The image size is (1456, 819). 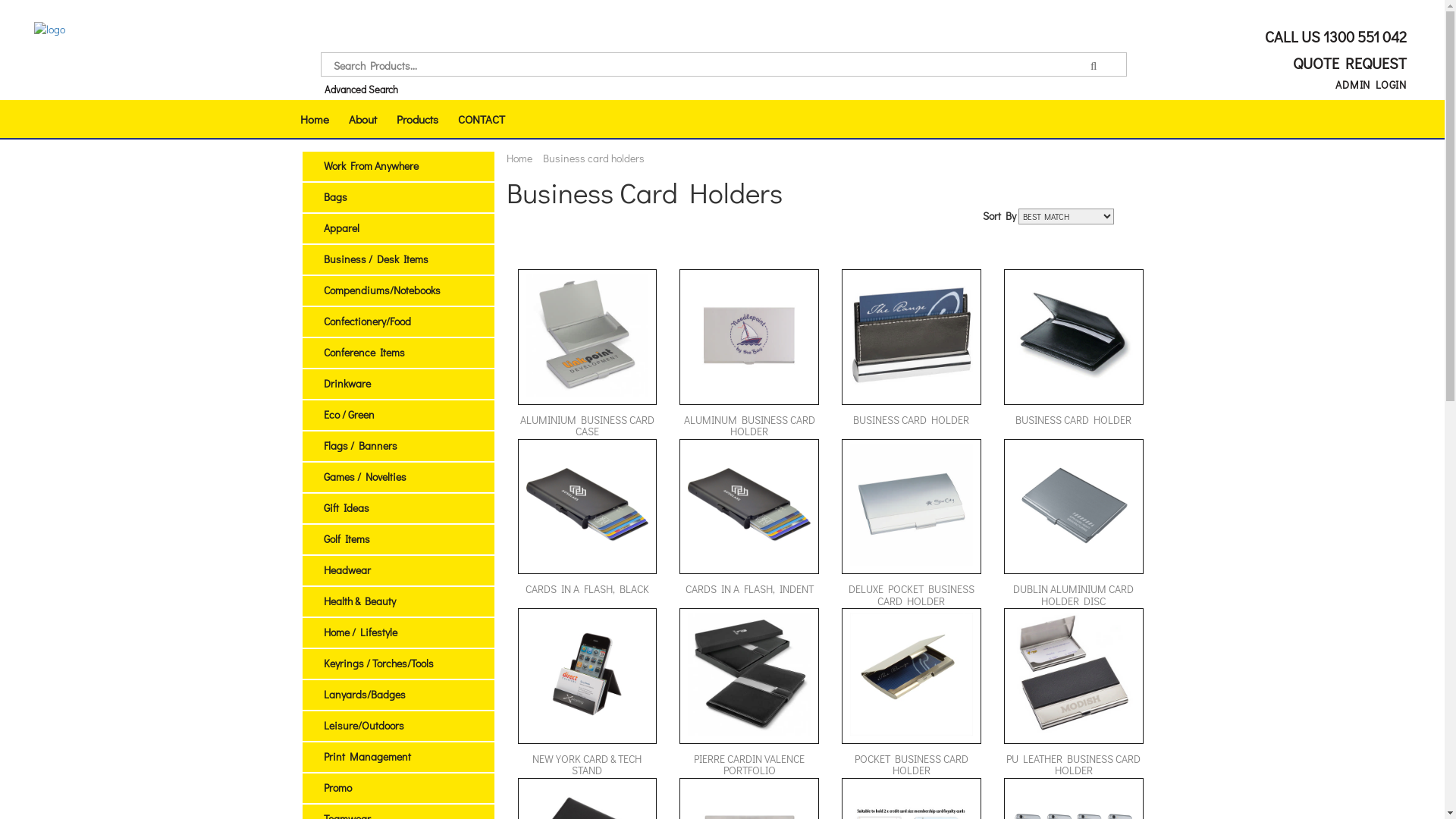 What do you see at coordinates (1073, 353) in the screenshot?
I see `'BUSINESS CARD HOLDER'` at bounding box center [1073, 353].